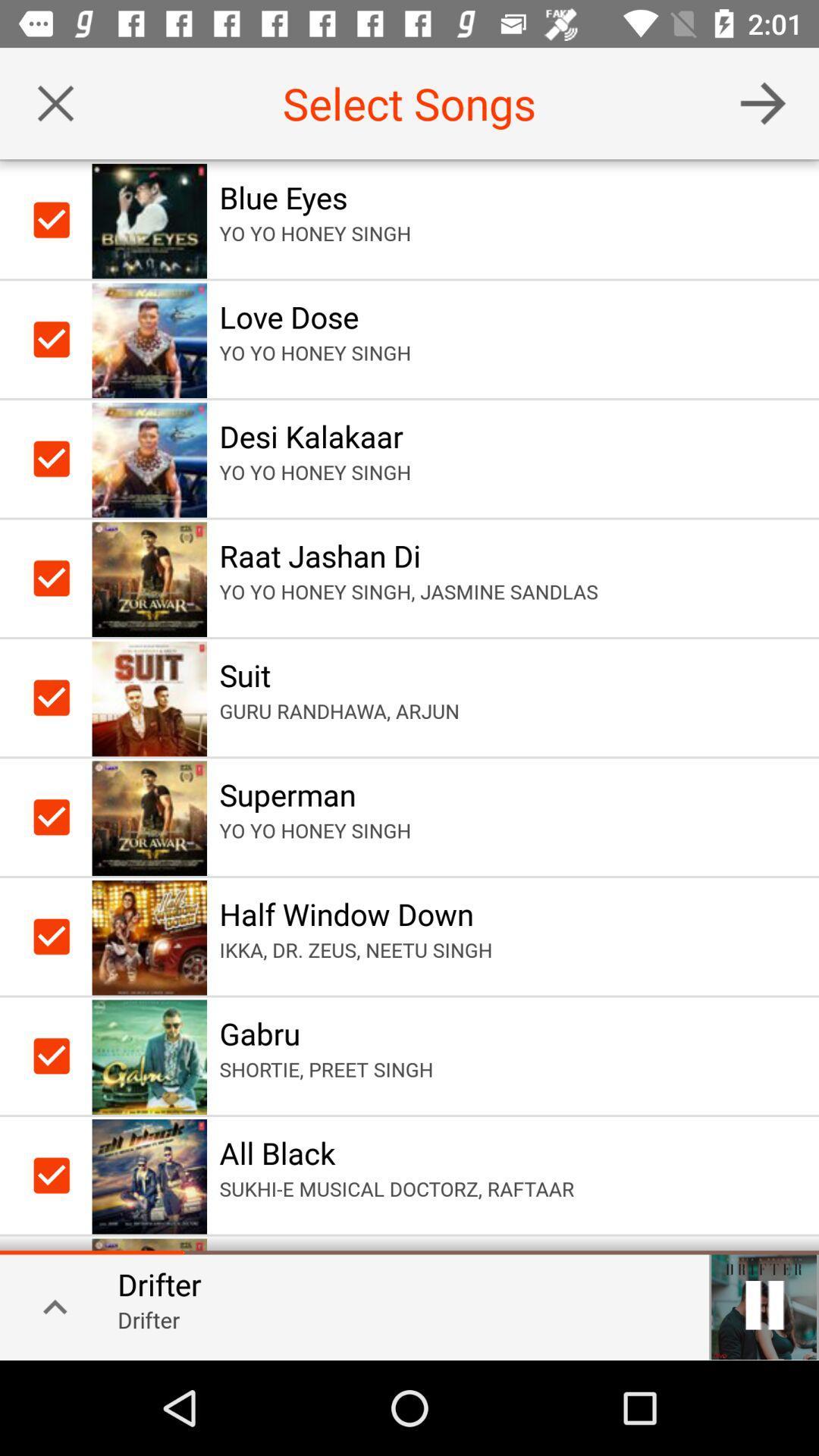 This screenshot has height=1456, width=819. I want to click on button which on left to image, so click(54, 338).